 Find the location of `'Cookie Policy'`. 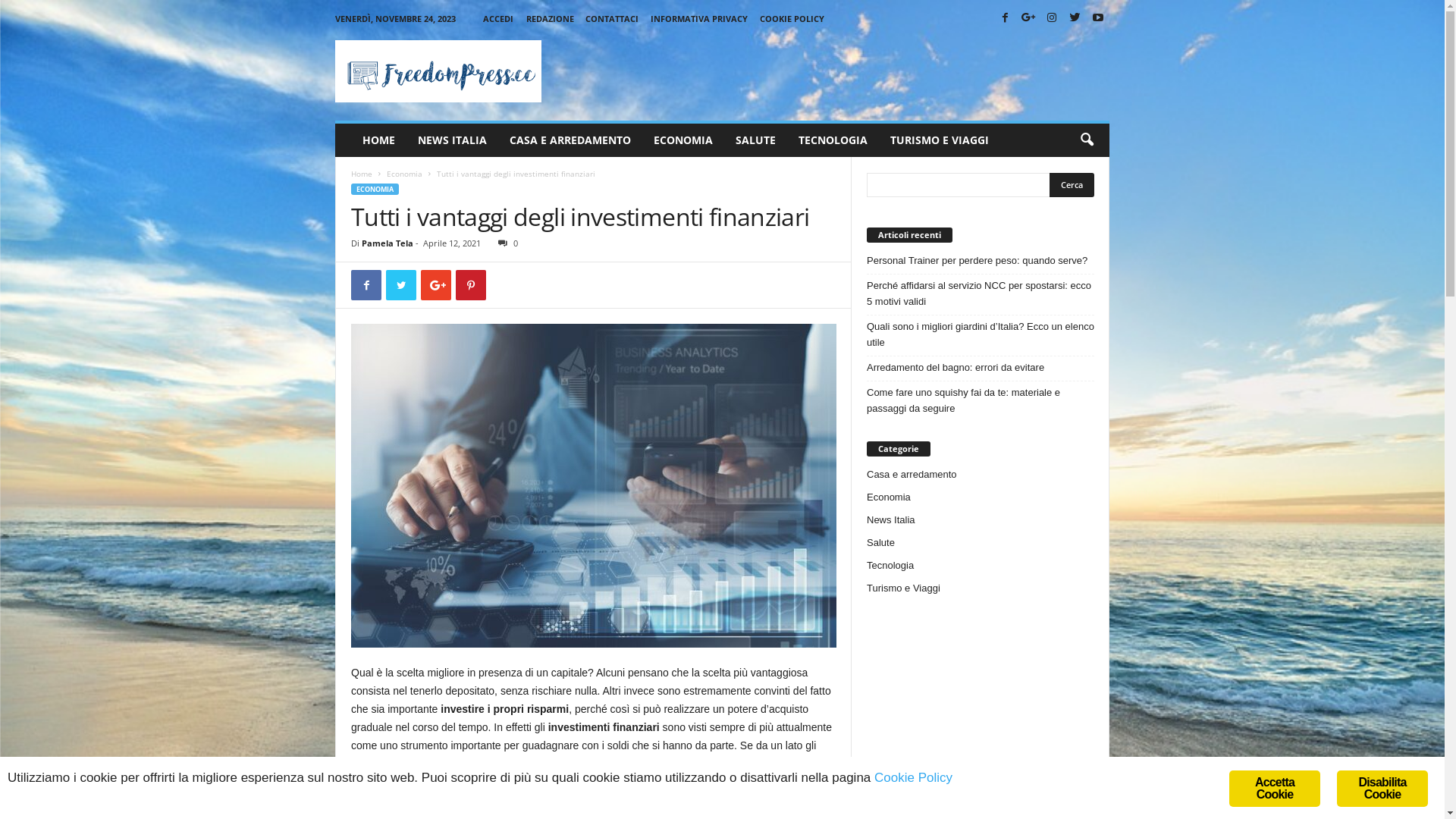

'Cookie Policy' is located at coordinates (912, 777).